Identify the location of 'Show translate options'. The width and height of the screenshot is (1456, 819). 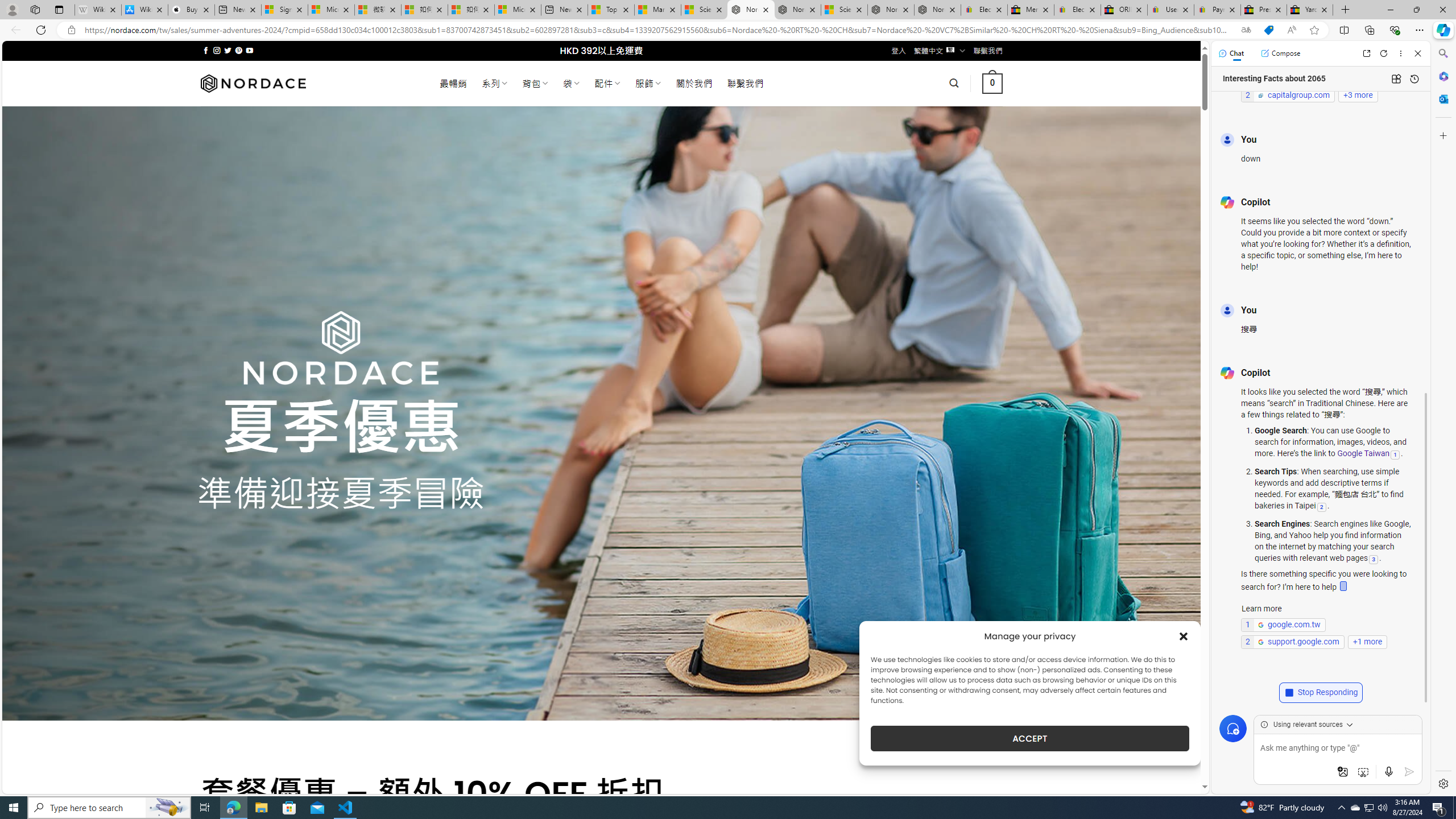
(1246, 30).